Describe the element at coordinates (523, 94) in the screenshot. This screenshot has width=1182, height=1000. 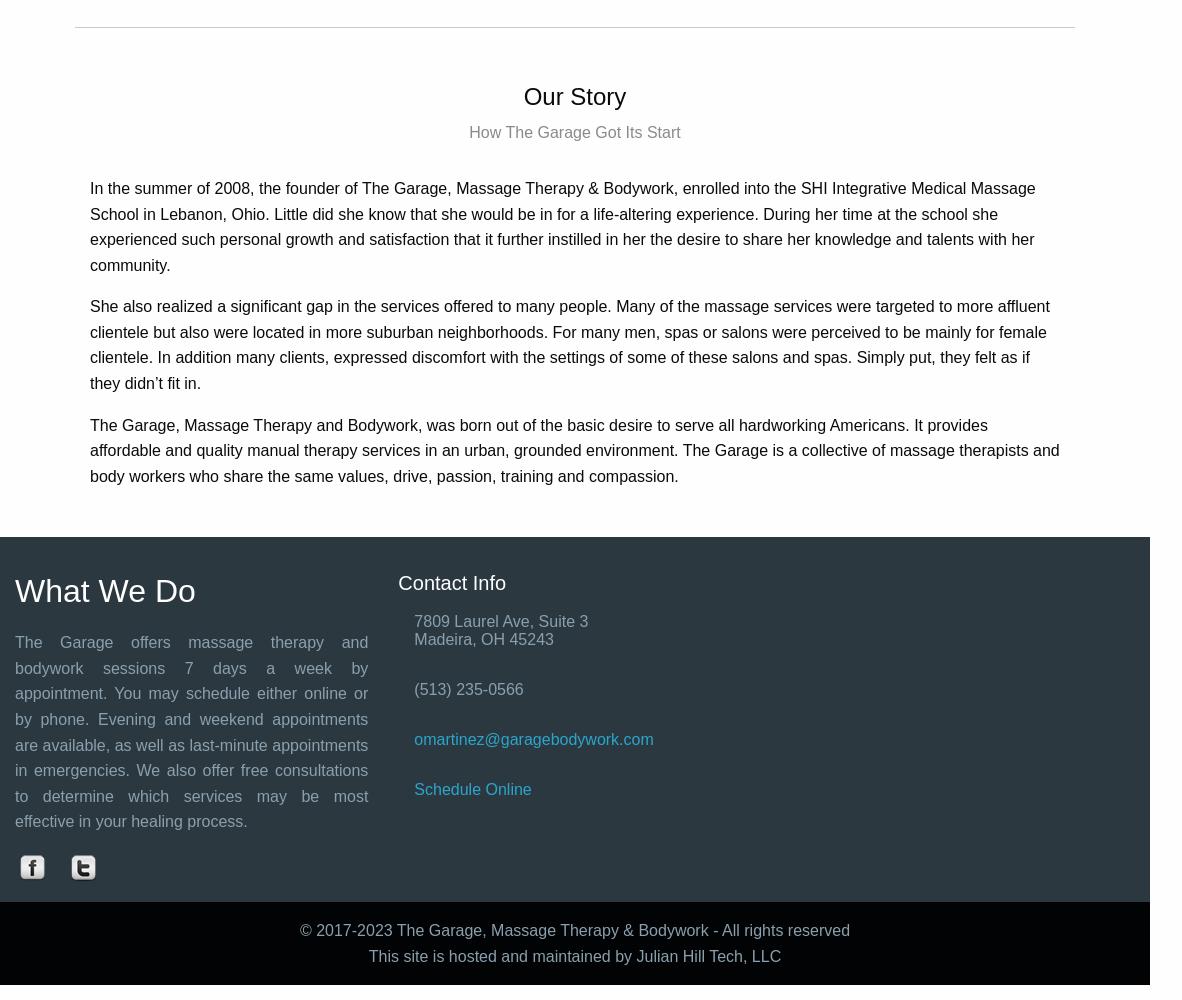
I see `'Our Story'` at that location.